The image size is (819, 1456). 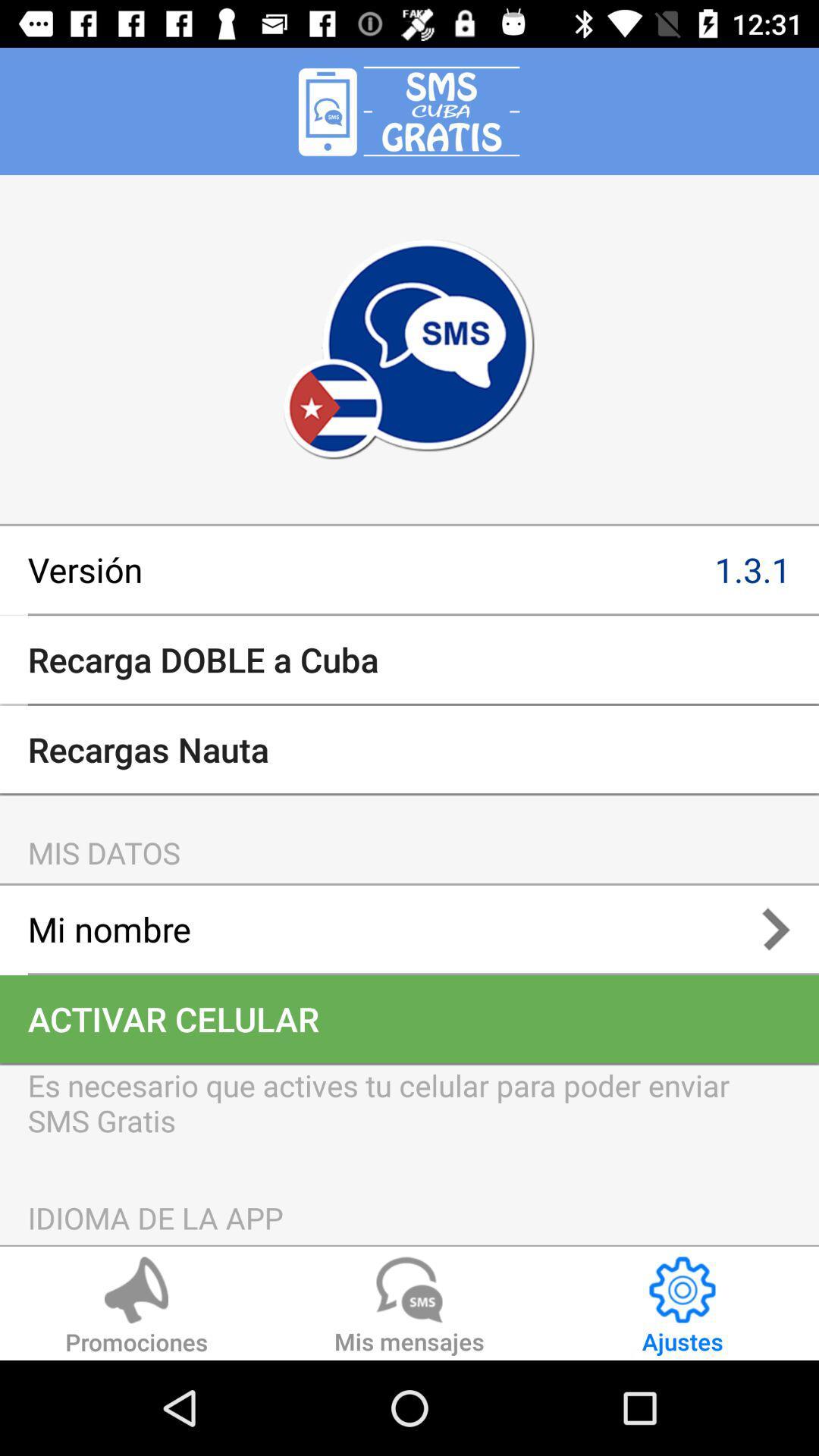 I want to click on the recarga doble a item, so click(x=409, y=659).